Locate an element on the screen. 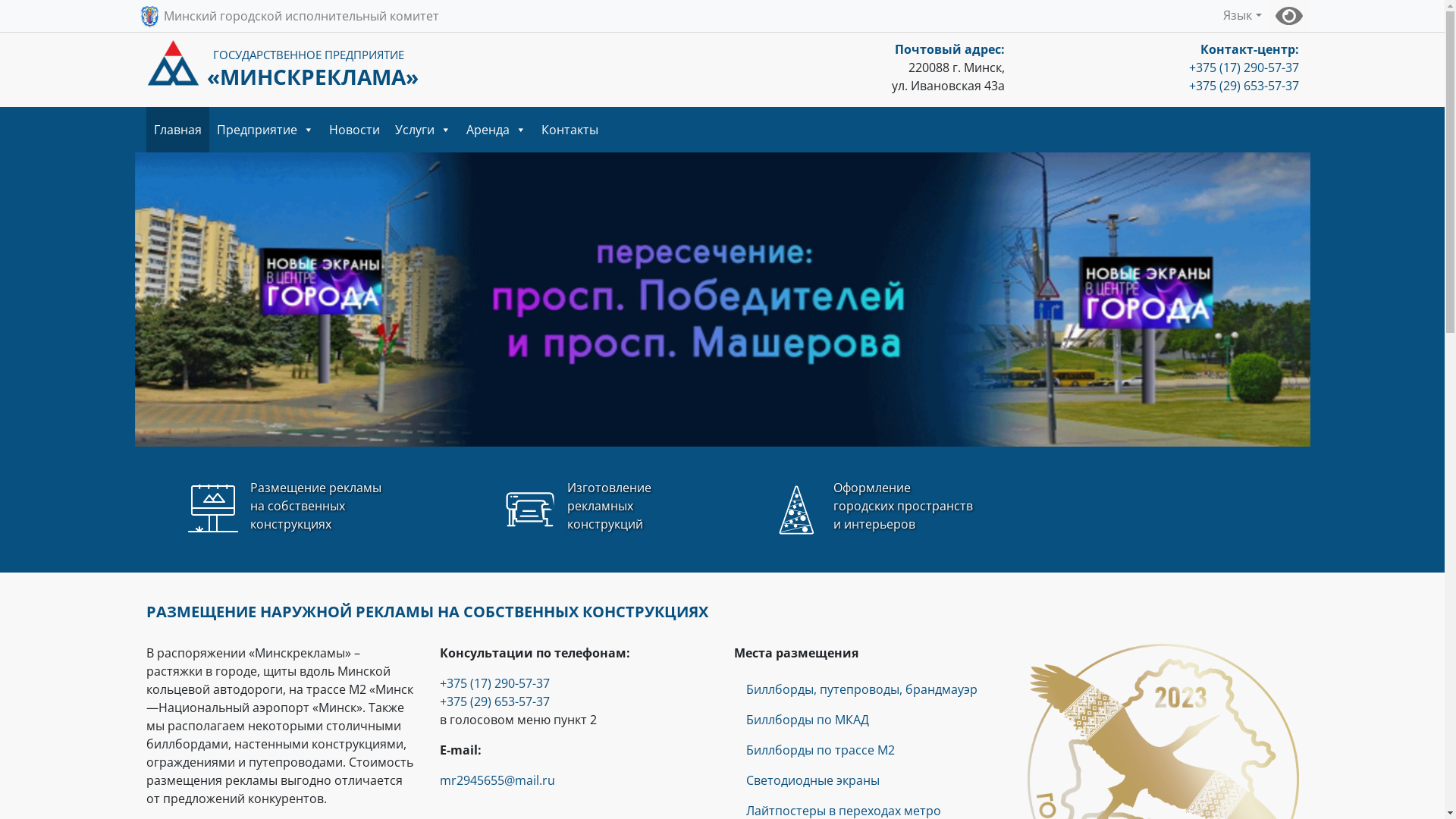 The image size is (1456, 819). '+375 (29) 653-57-37' is located at coordinates (439, 701).